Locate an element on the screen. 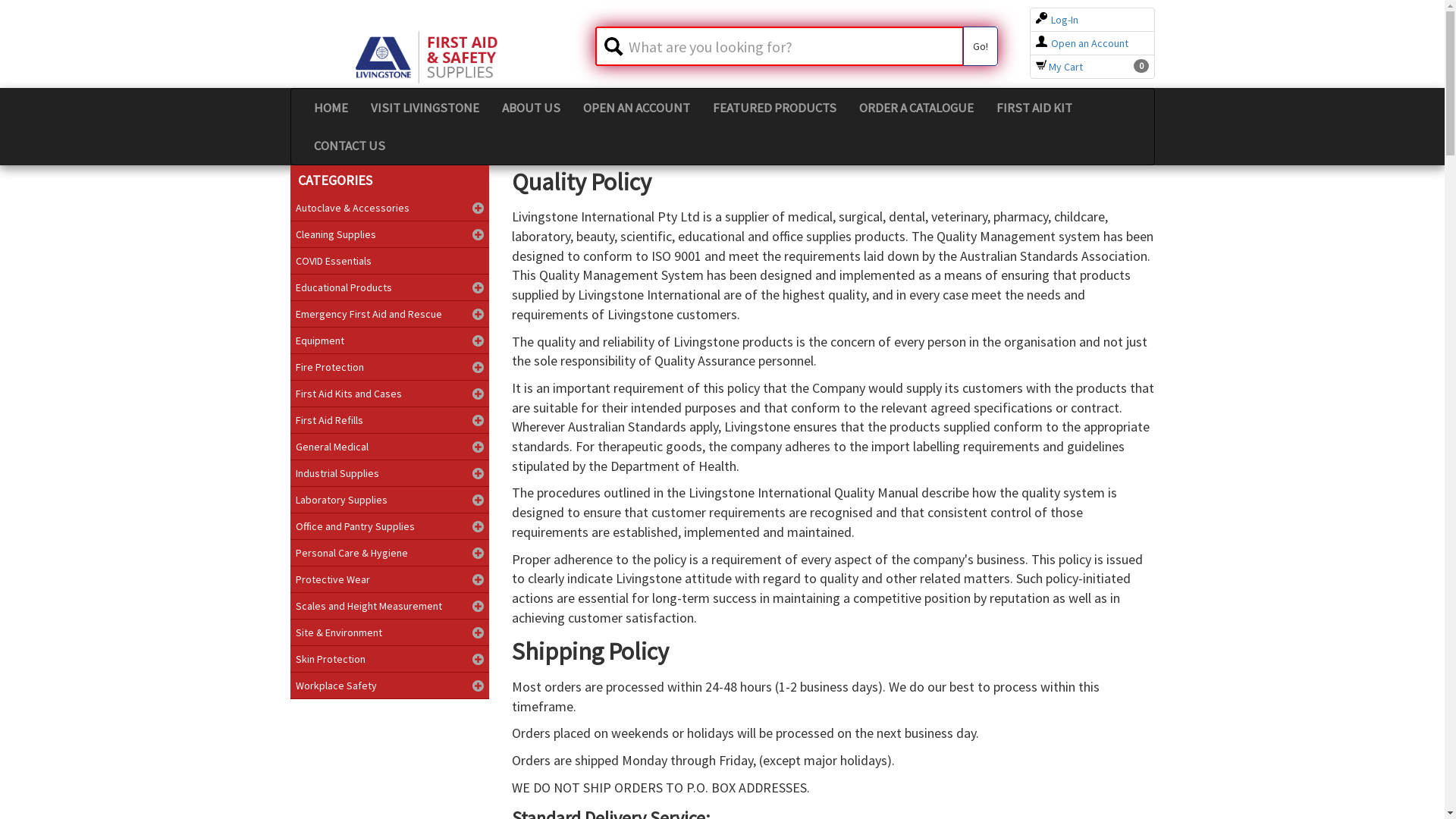  'Protective Wear' is located at coordinates (290, 579).